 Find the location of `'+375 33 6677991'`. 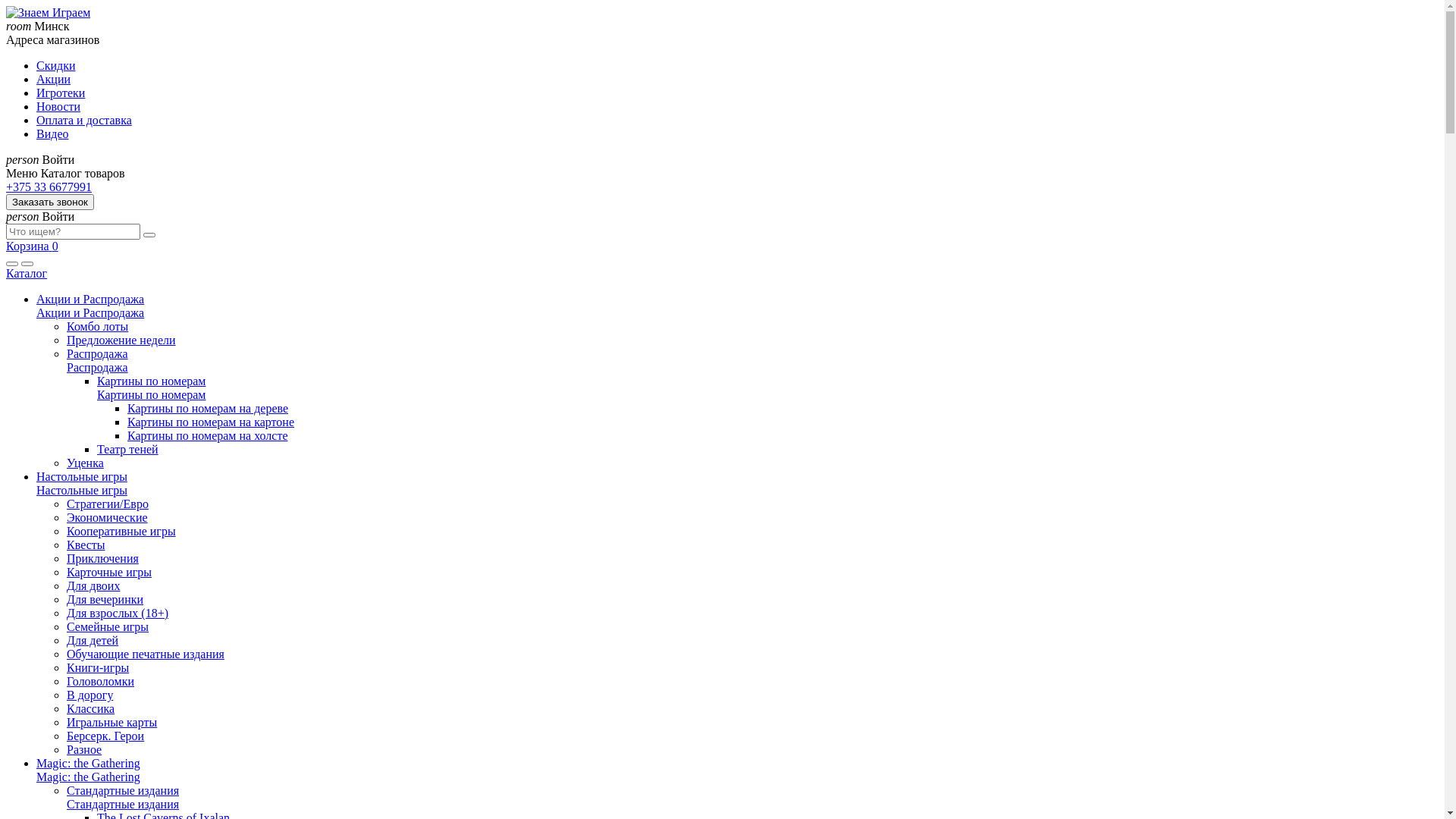

'+375 33 6677991' is located at coordinates (6, 186).